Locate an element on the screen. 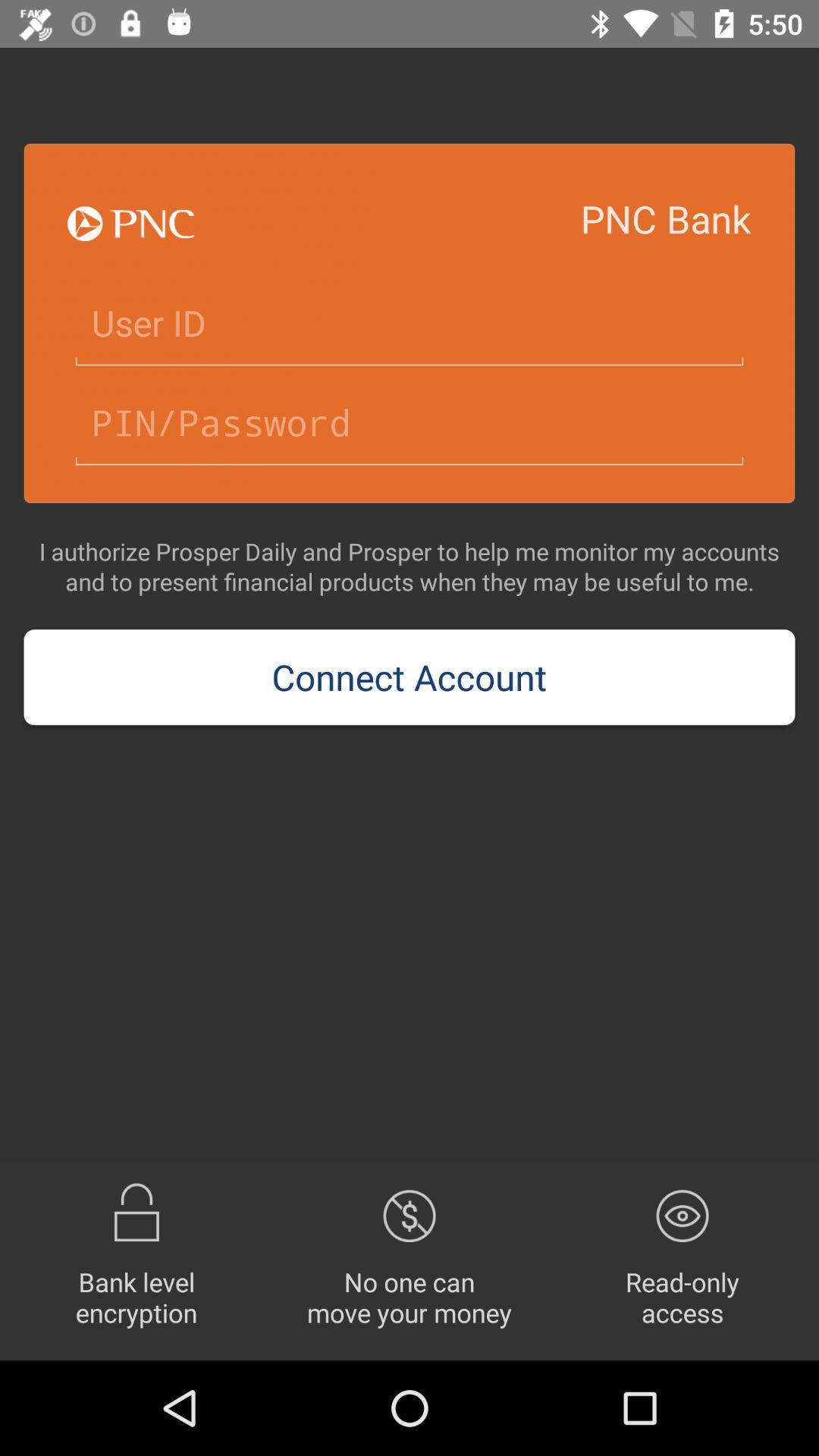 This screenshot has height=1456, width=819. button page is located at coordinates (409, 323).